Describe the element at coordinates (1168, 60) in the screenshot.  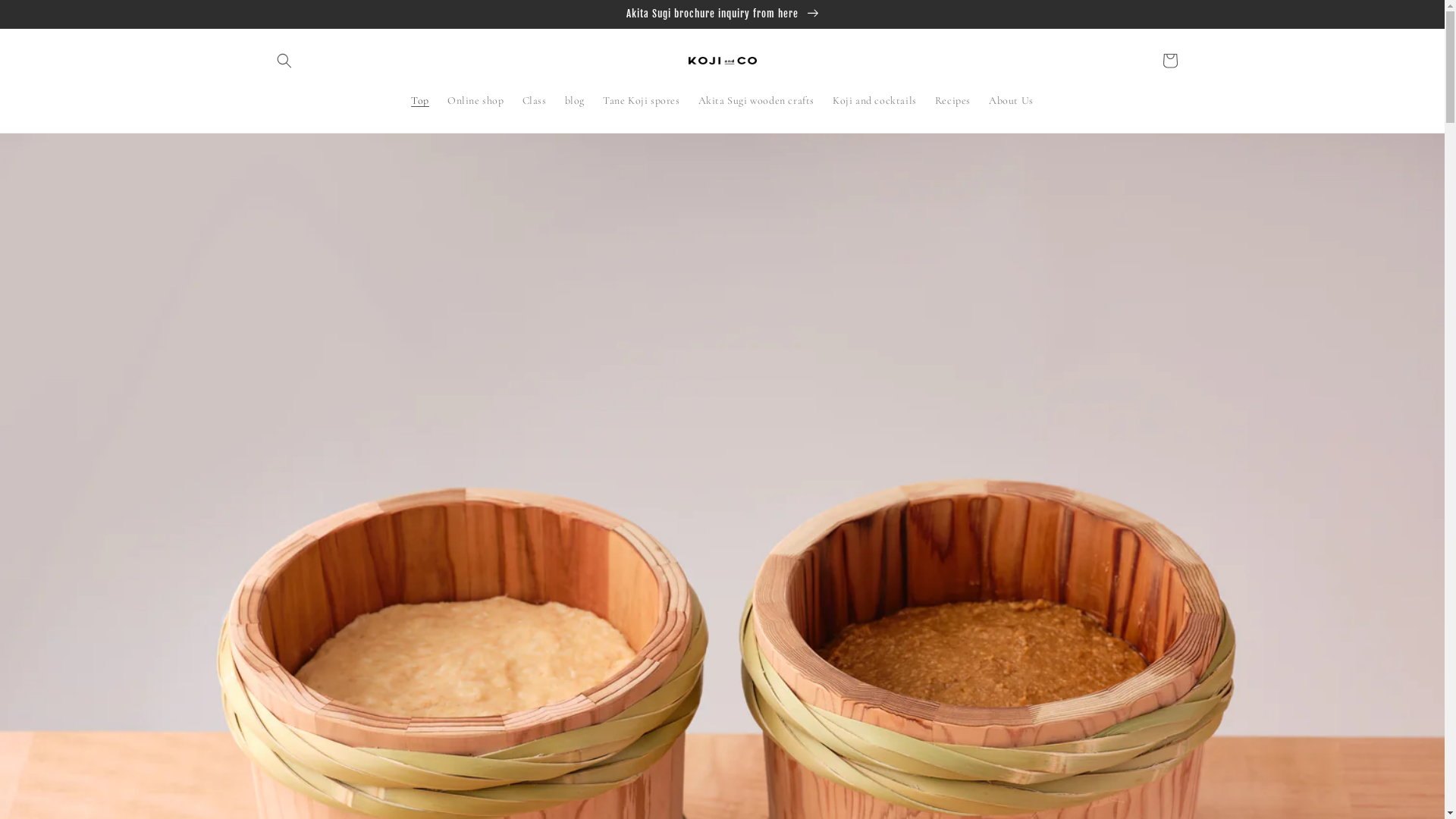
I see `'Cart'` at that location.